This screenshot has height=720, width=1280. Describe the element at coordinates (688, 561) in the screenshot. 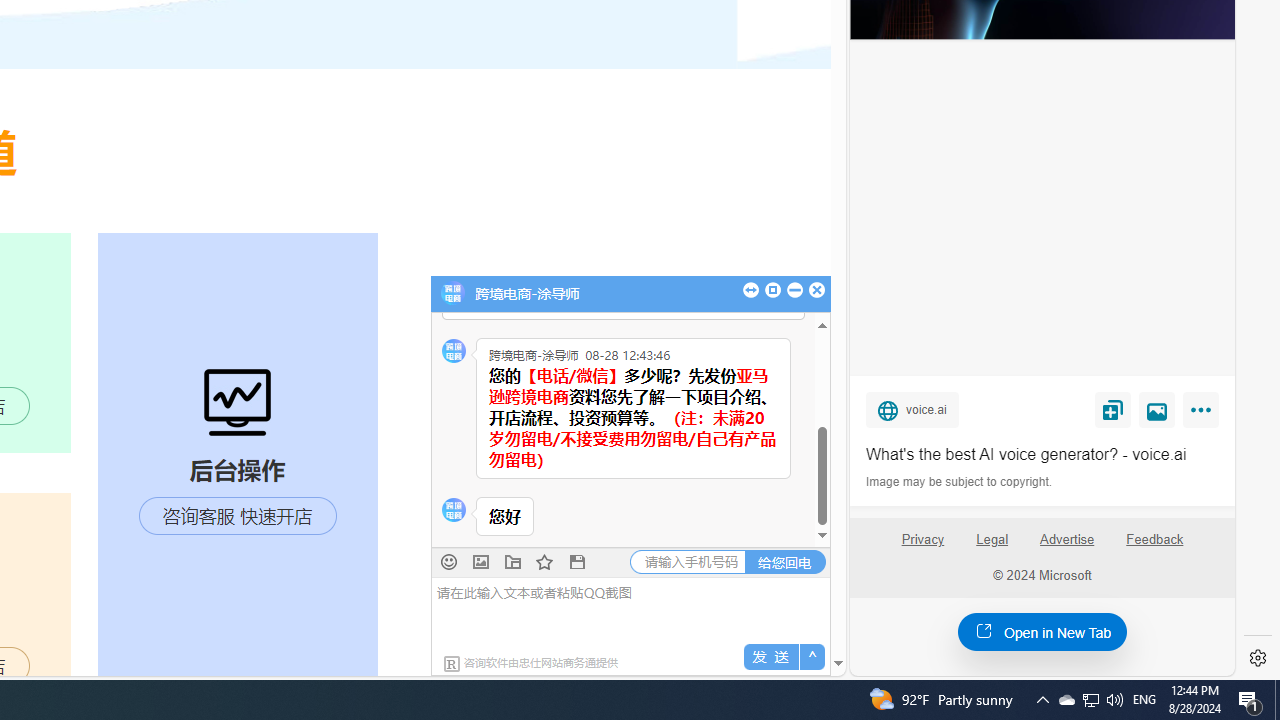

I see `'AutomationID: tel'` at that location.